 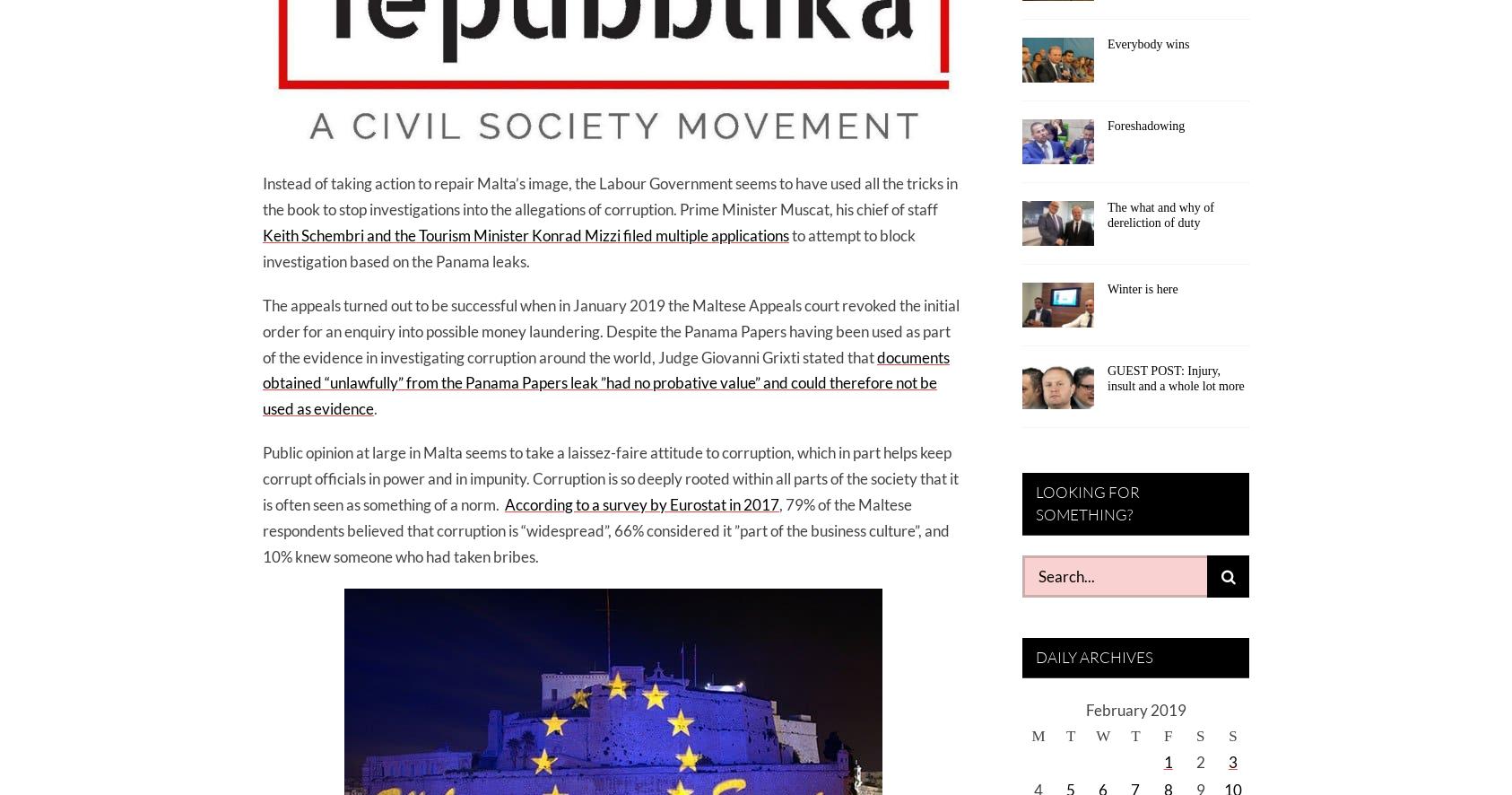 What do you see at coordinates (1093, 657) in the screenshot?
I see `'DAILY ARCHIVES'` at bounding box center [1093, 657].